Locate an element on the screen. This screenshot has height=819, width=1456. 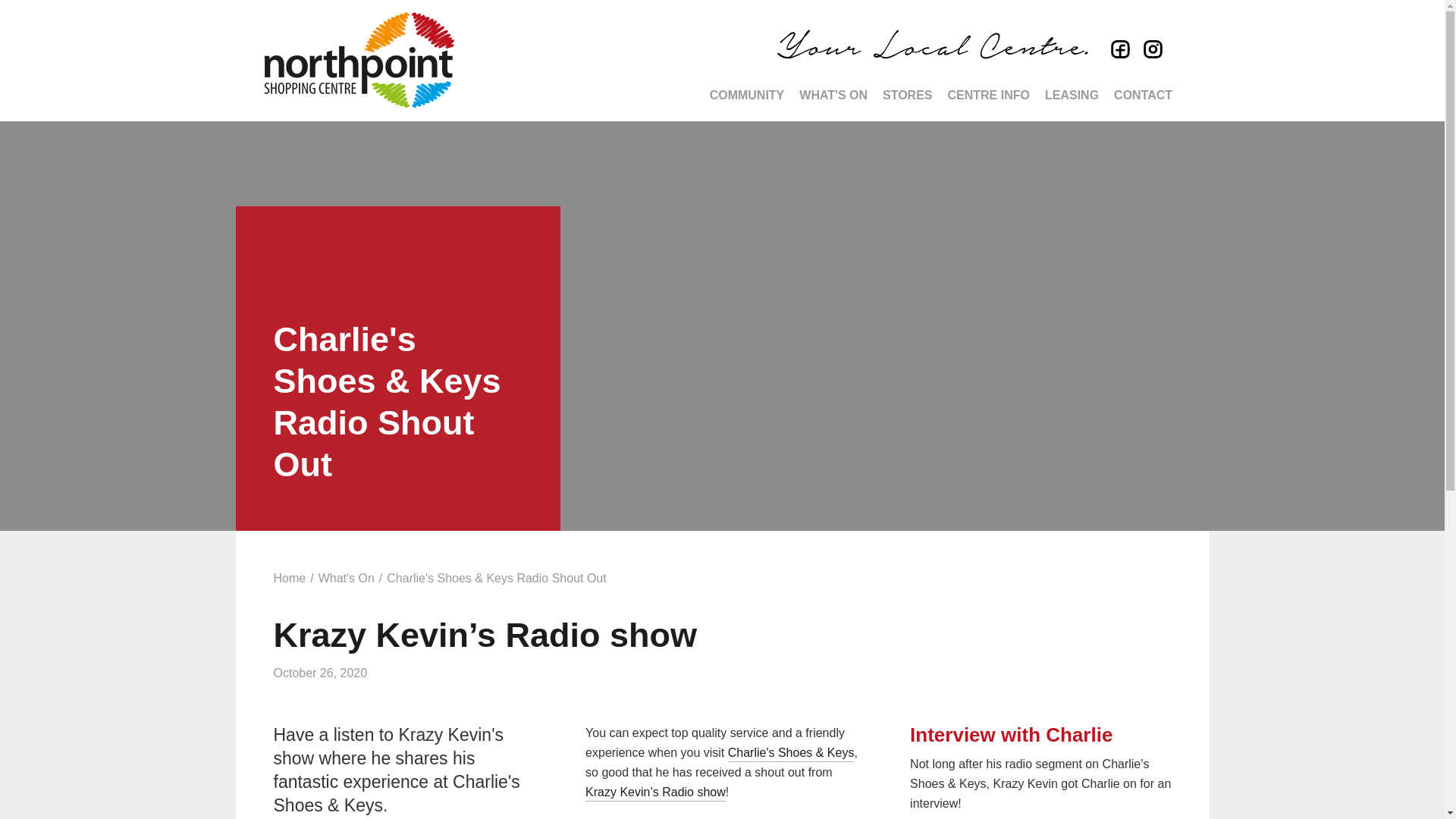
'LEASING' is located at coordinates (1071, 96).